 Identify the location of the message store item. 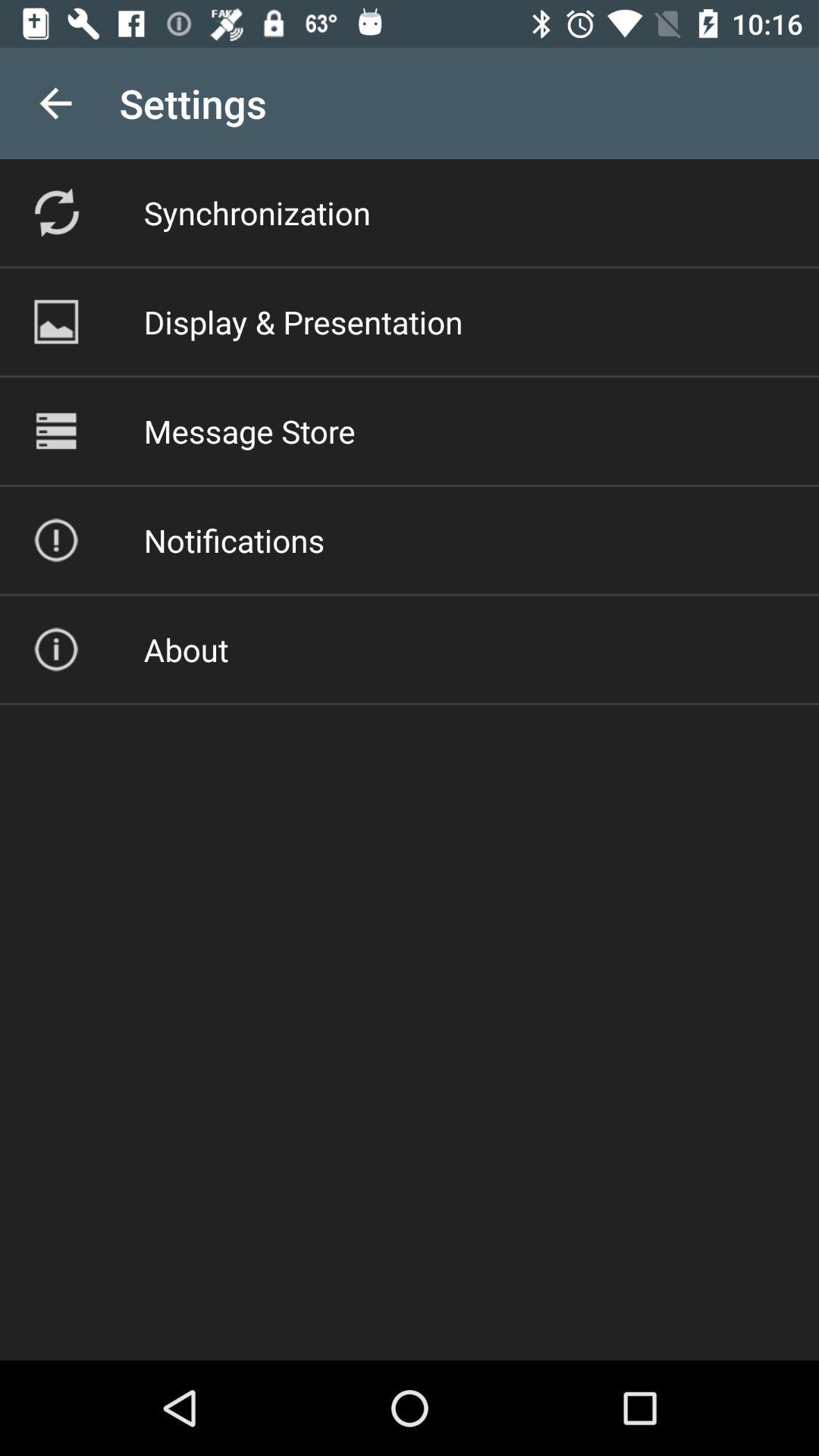
(249, 430).